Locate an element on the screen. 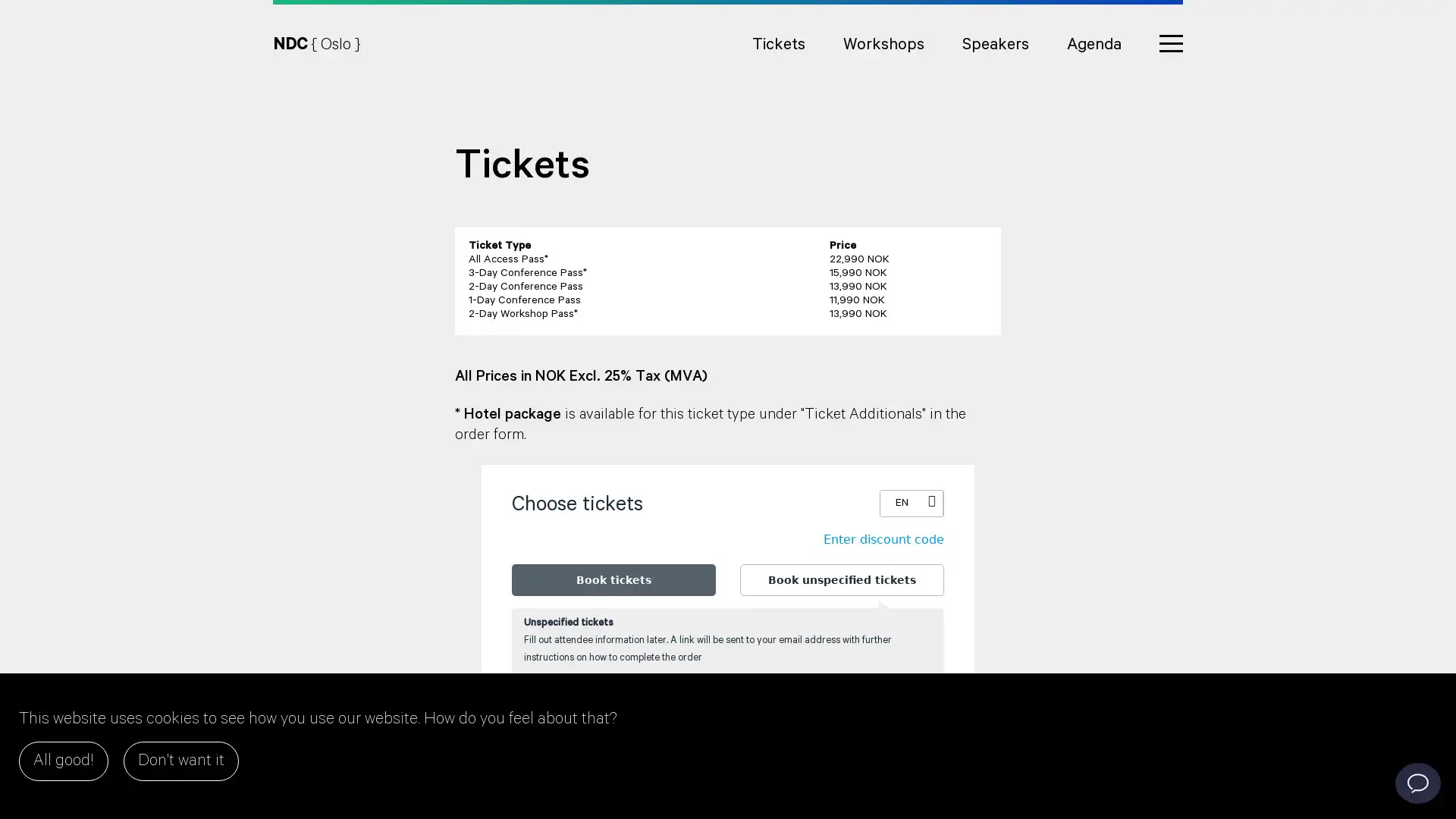  Add one more ticket is located at coordinates (930, 726).